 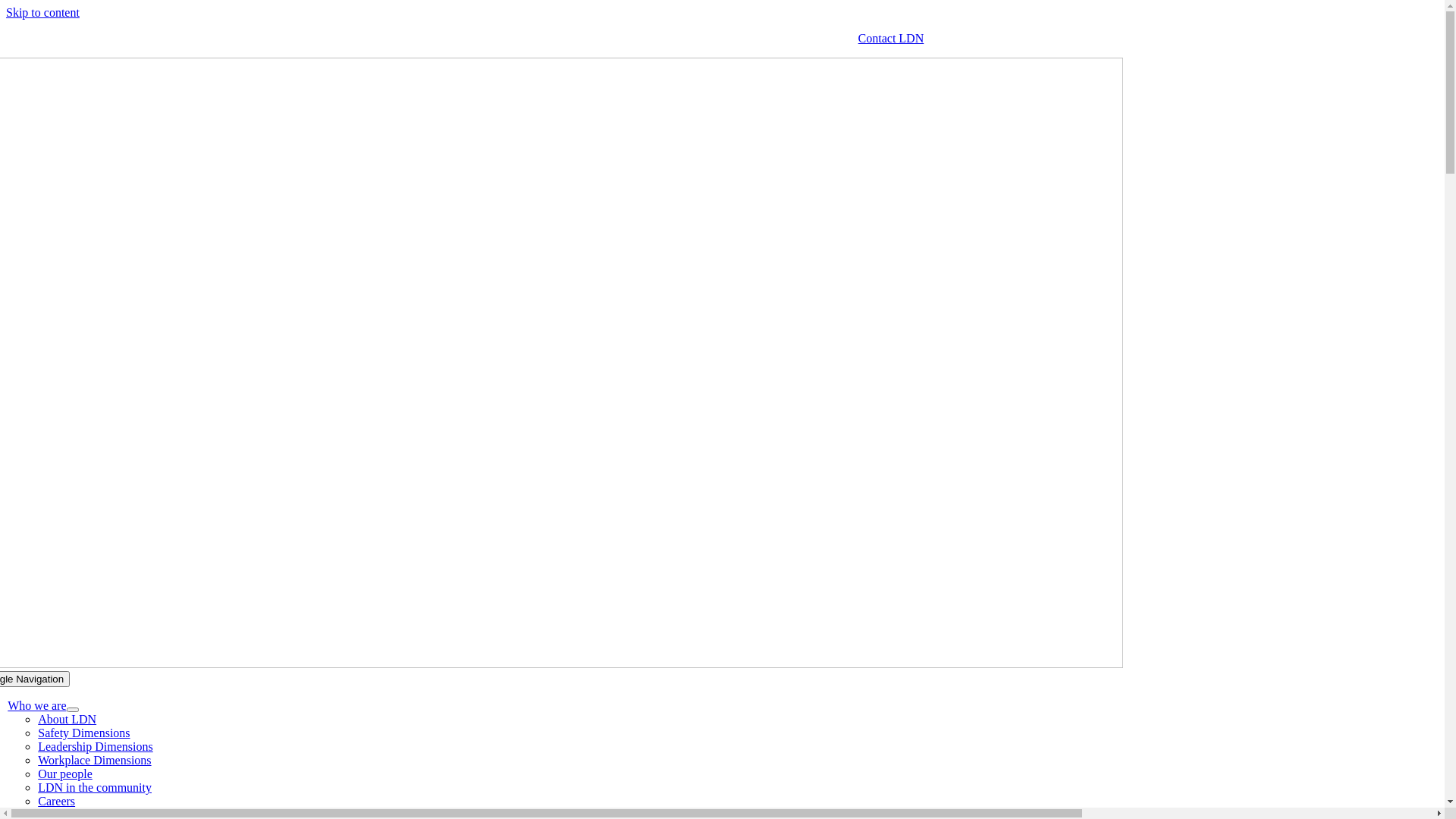 What do you see at coordinates (36, 705) in the screenshot?
I see `'Who we are'` at bounding box center [36, 705].